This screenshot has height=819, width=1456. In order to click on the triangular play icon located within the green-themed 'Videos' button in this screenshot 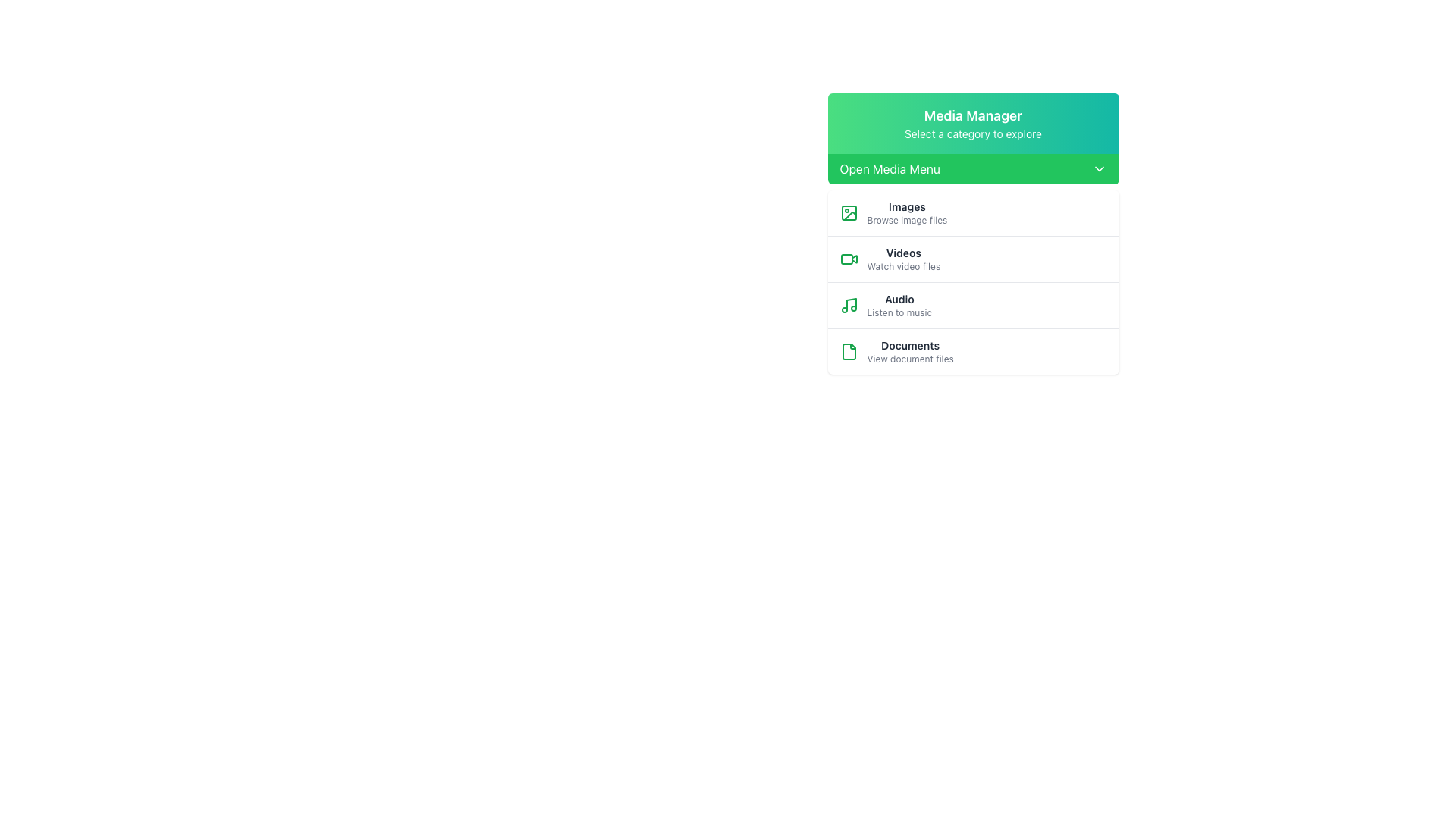, I will do `click(854, 258)`.